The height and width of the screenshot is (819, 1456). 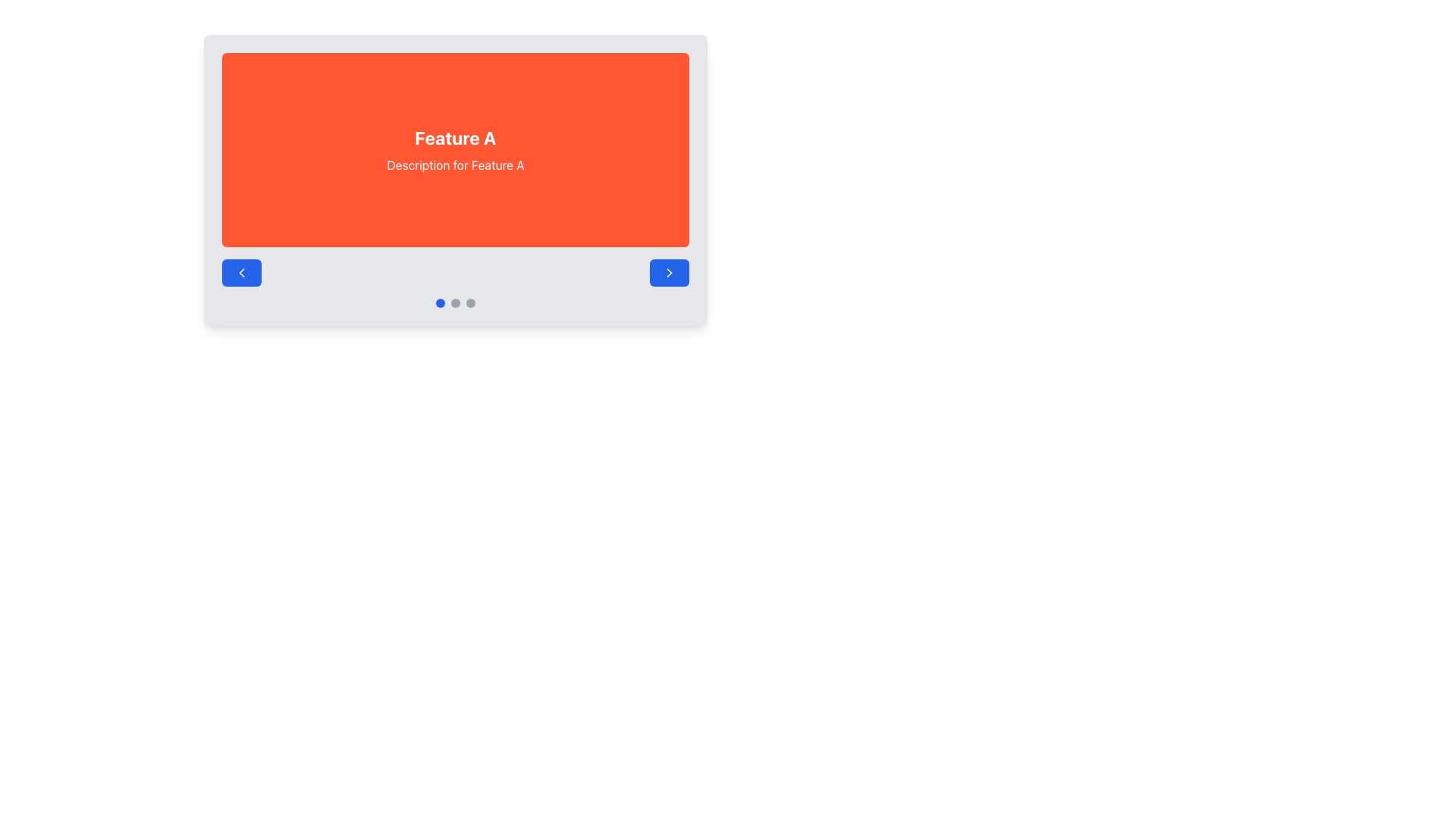 I want to click on the leftward pointing arrow icon contained within a blue circular button, so click(x=240, y=271).